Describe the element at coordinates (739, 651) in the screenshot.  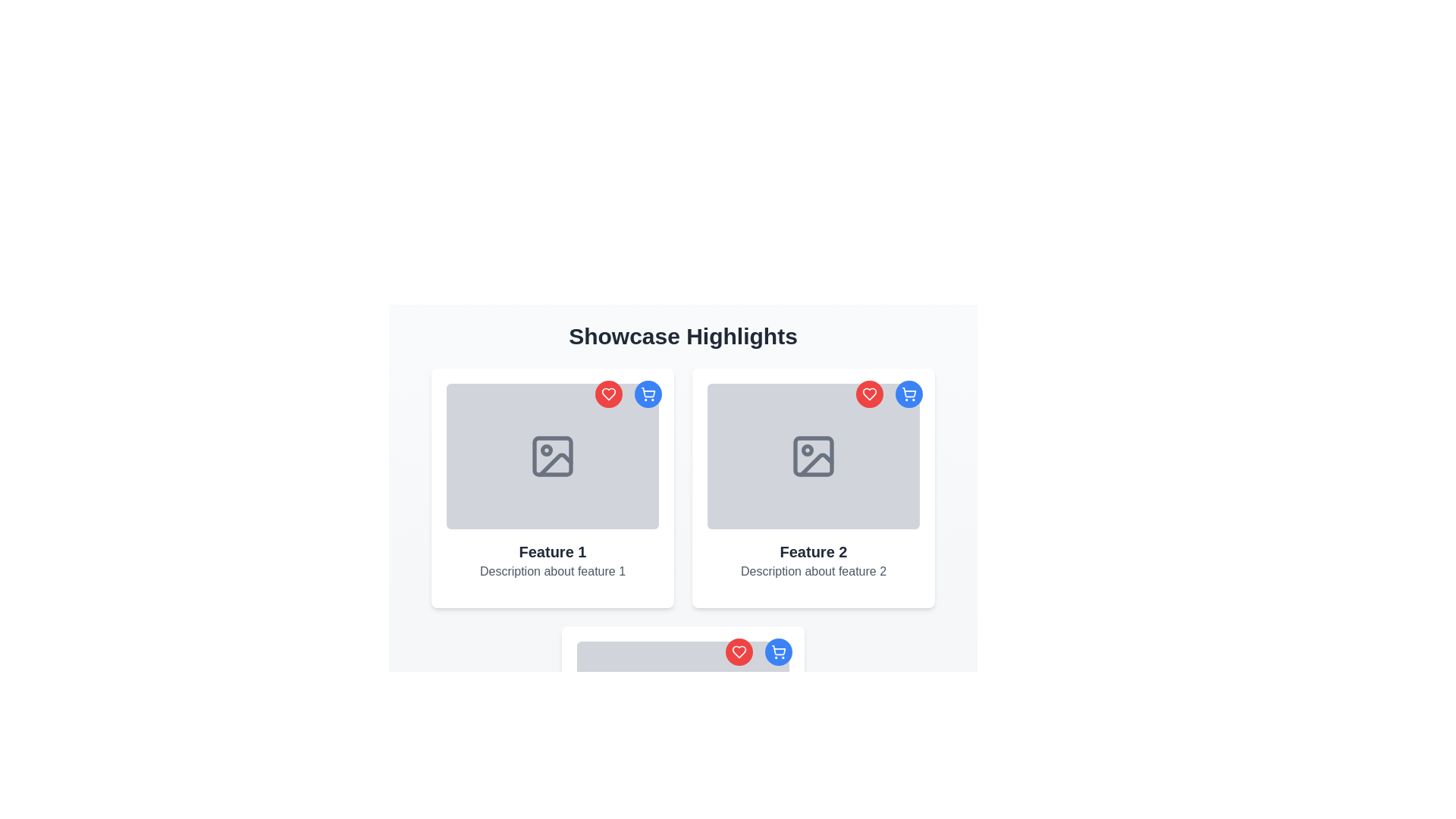
I see `the favorite button located` at that location.